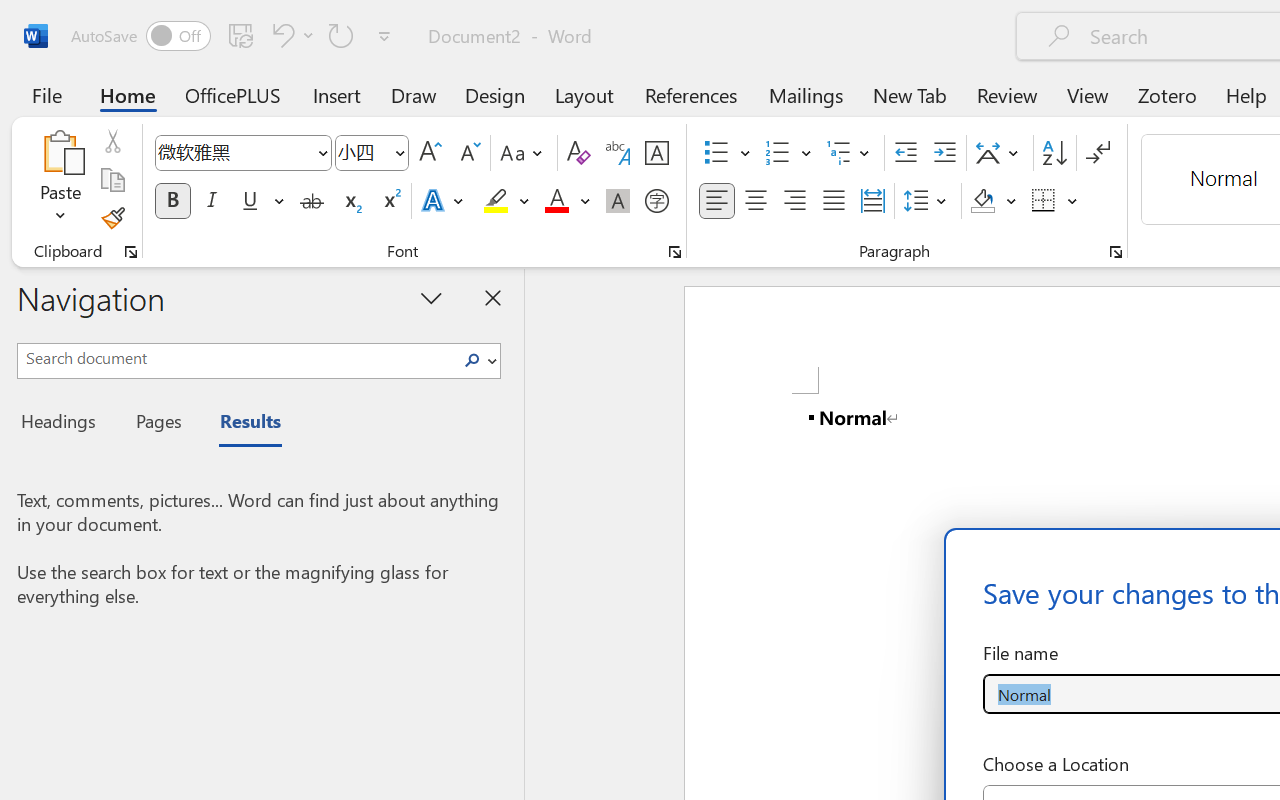 The width and height of the screenshot is (1280, 800). I want to click on 'Undo <ApplyStyleToDoc>b__0', so click(279, 34).